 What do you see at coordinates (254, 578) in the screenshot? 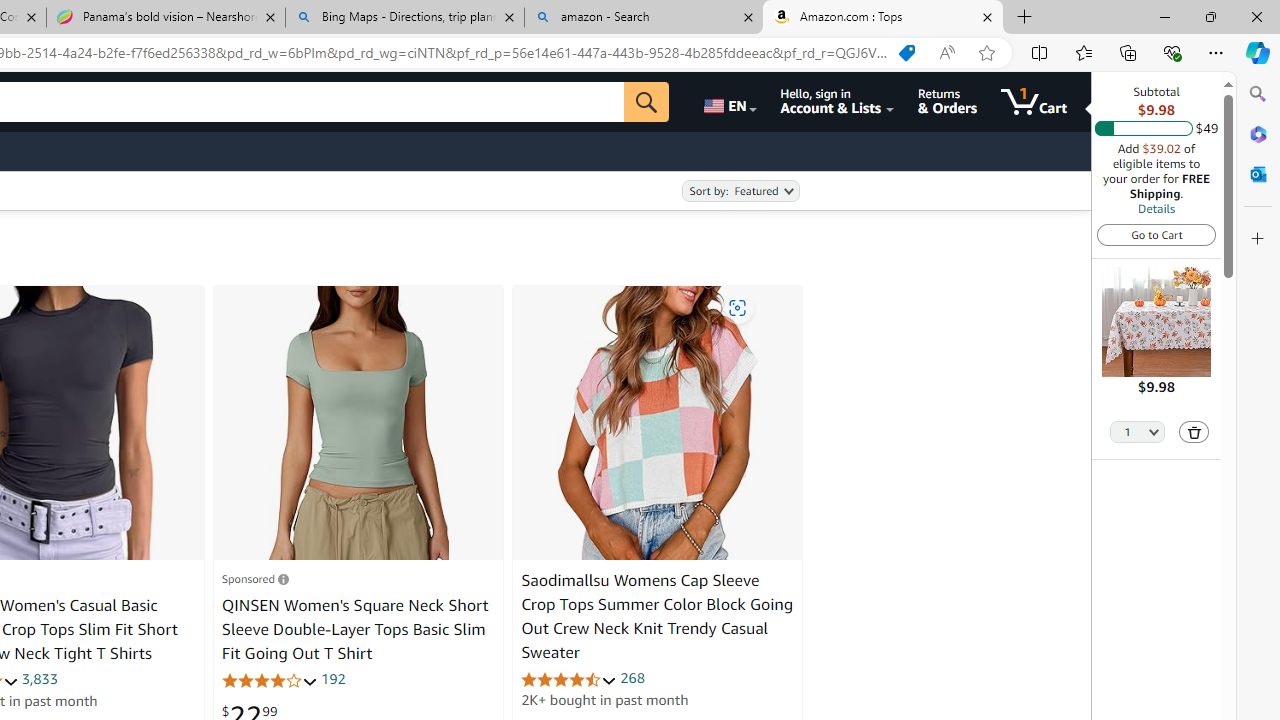
I see `'View Sponsored information or leave ad feedback'` at bounding box center [254, 578].